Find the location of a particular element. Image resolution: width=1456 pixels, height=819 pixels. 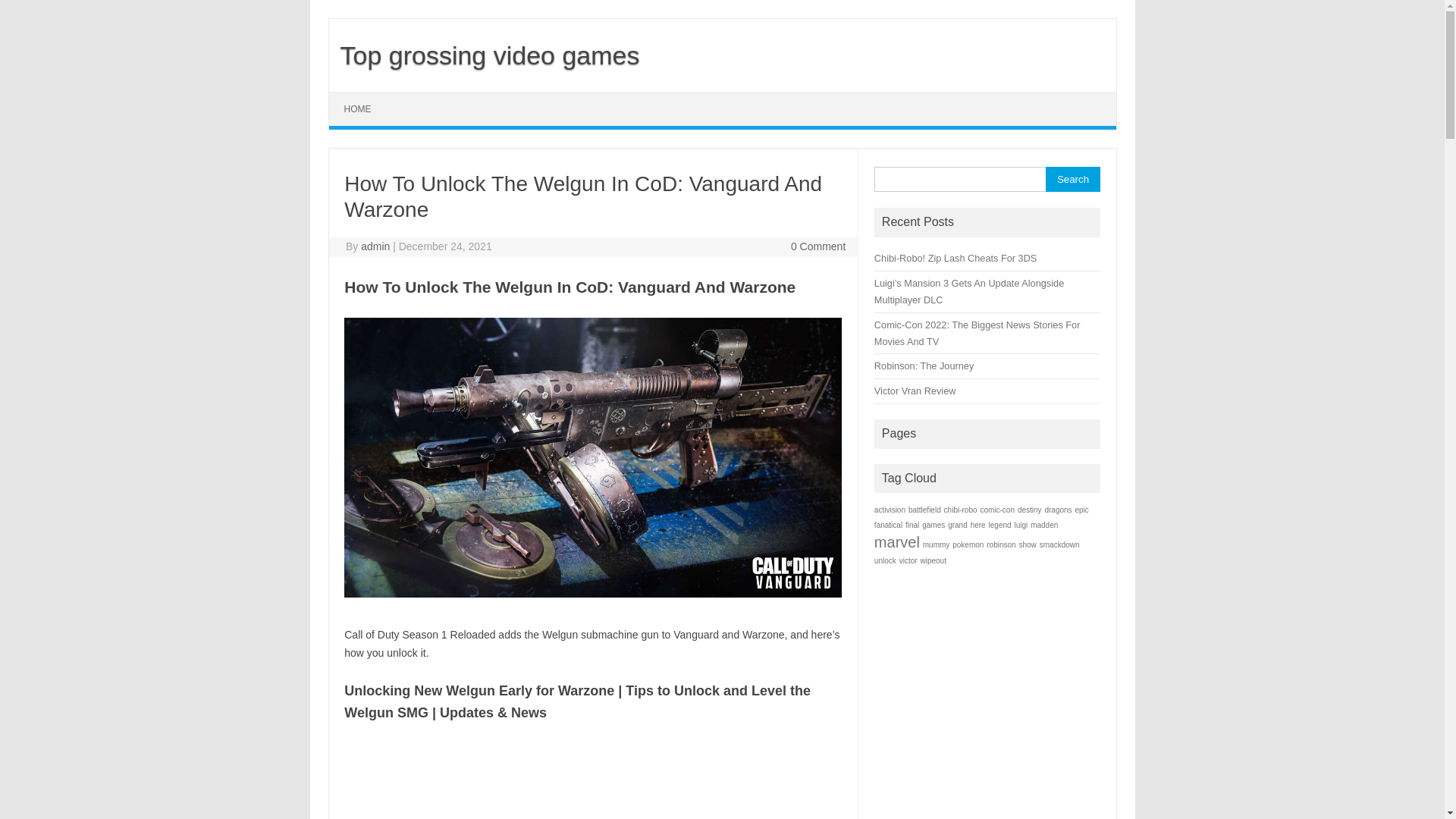

'marvel' is located at coordinates (896, 541).